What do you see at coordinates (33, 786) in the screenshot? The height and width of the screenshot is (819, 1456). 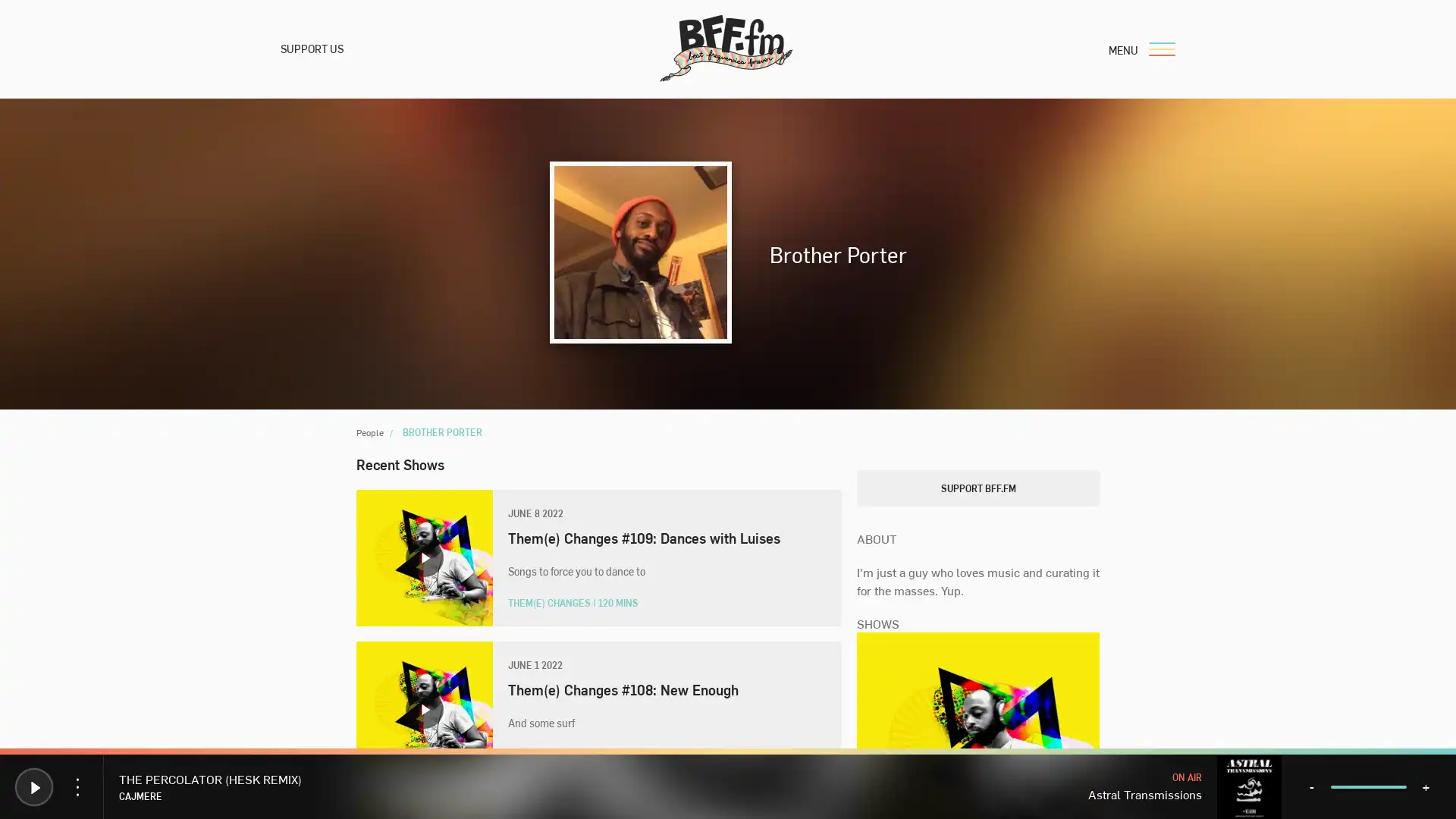 I see `Play` at bounding box center [33, 786].